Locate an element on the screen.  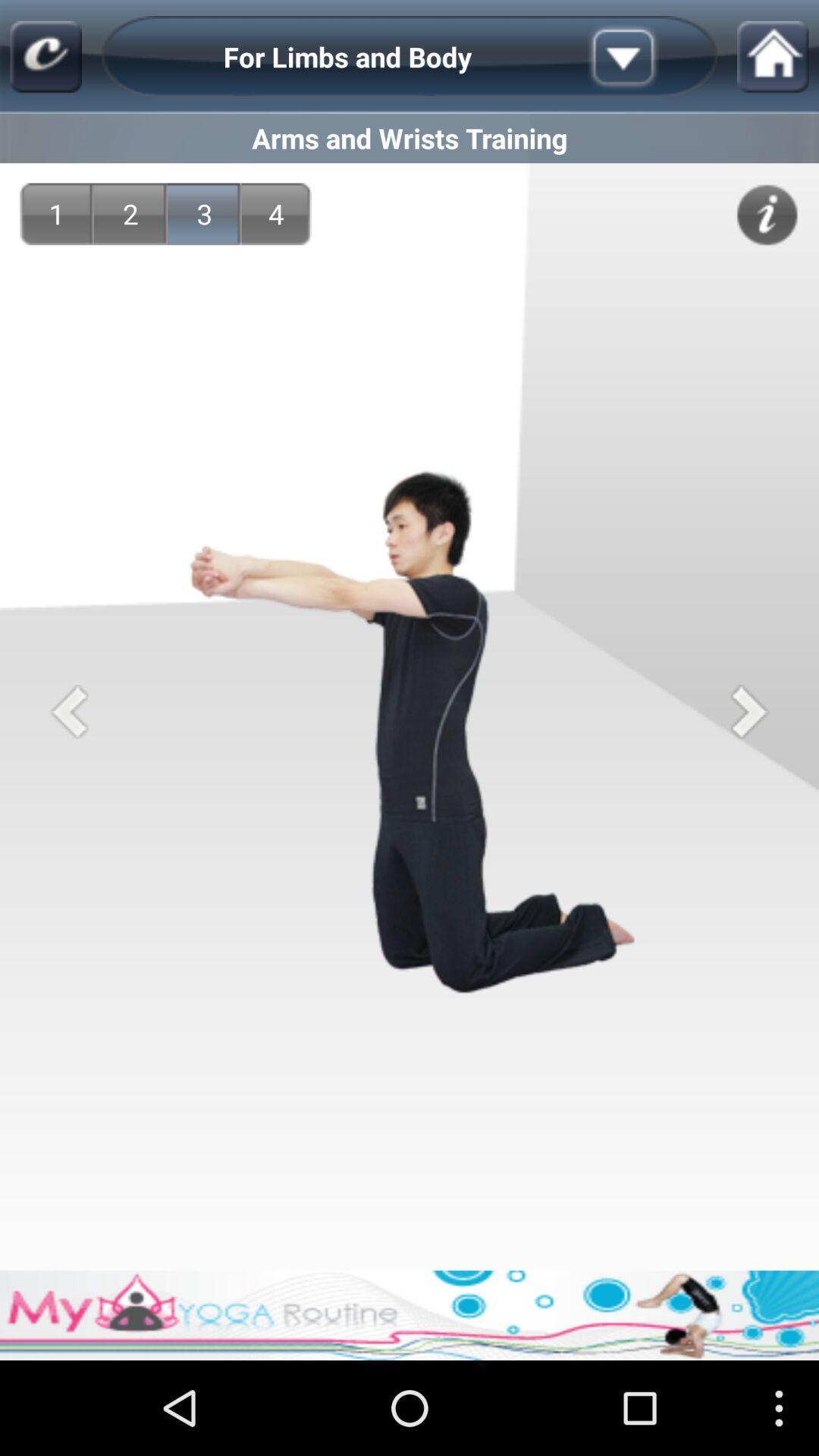
item next to the 1 is located at coordinates (130, 213).